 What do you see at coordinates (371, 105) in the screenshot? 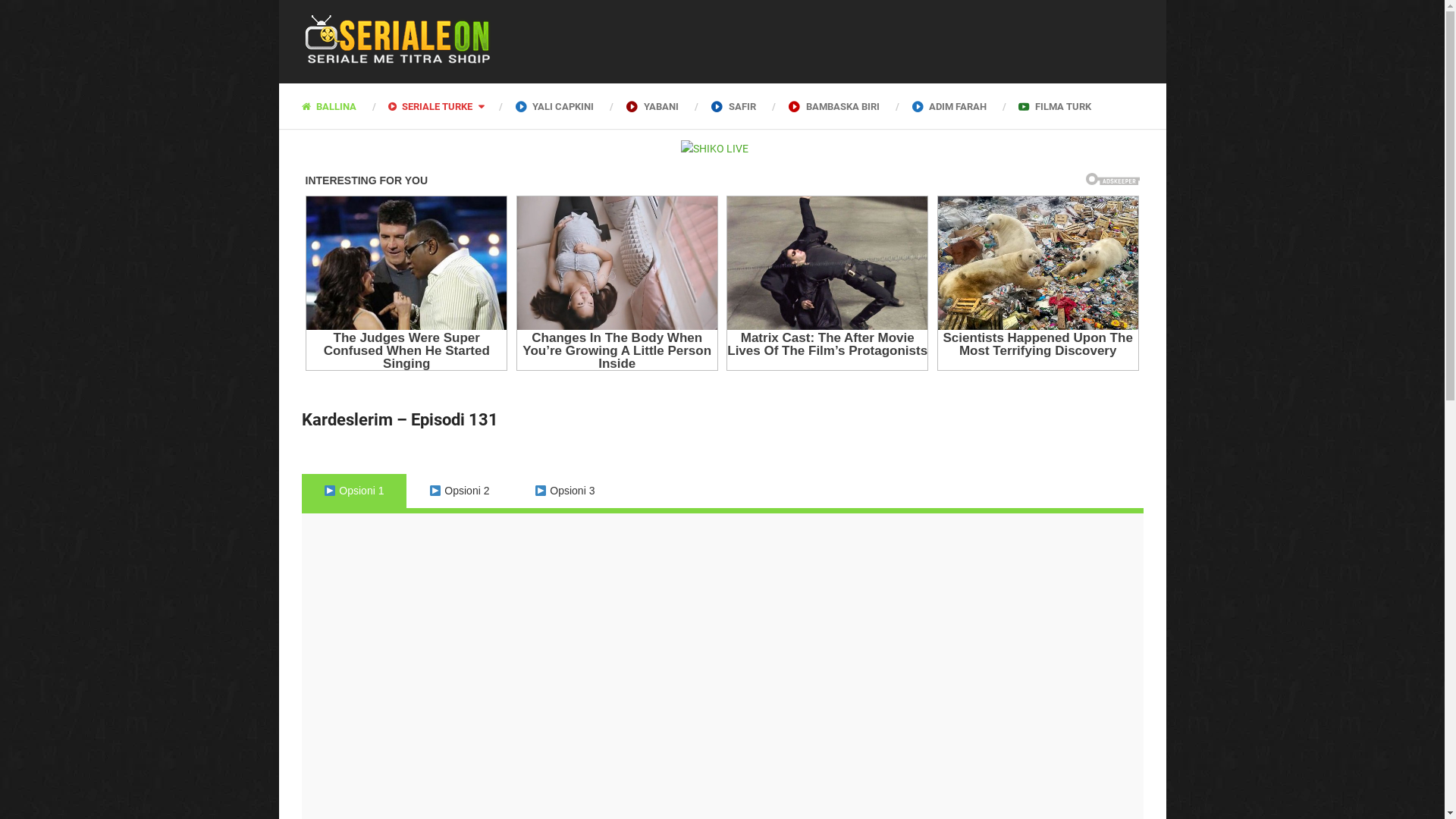
I see `'SERIALE TURKE'` at bounding box center [371, 105].